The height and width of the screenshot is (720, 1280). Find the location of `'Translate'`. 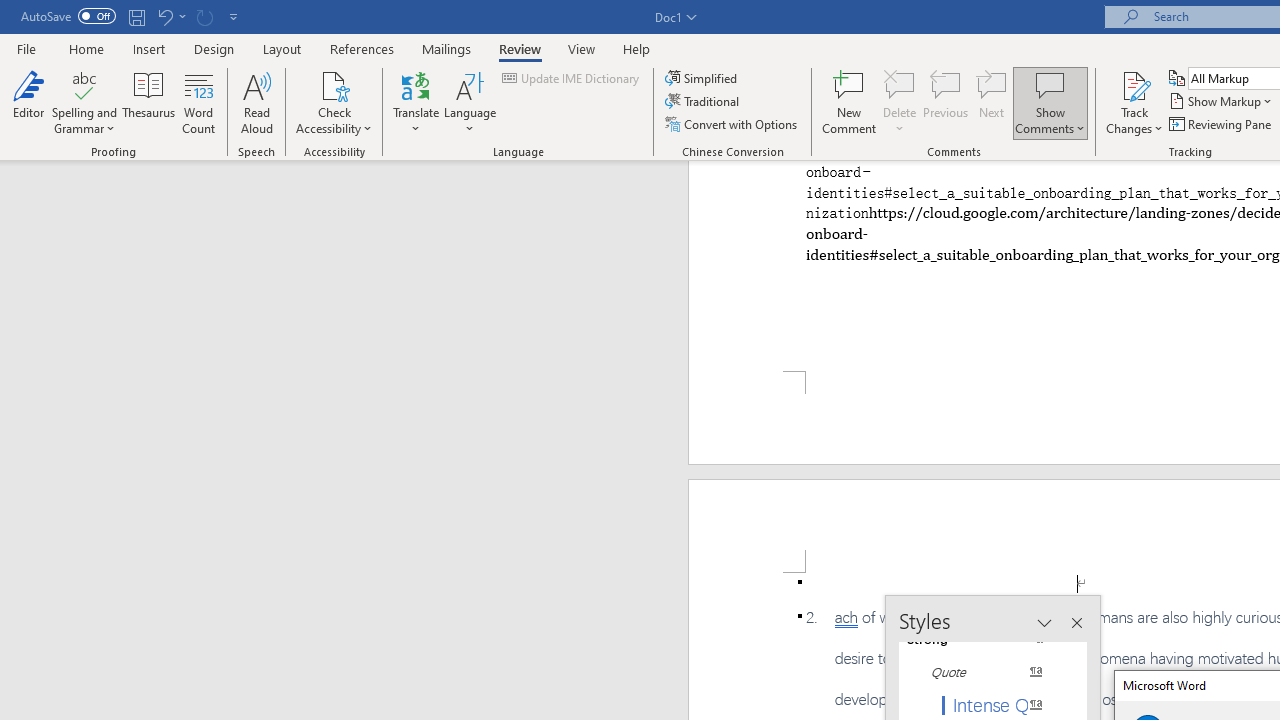

'Translate' is located at coordinates (415, 103).